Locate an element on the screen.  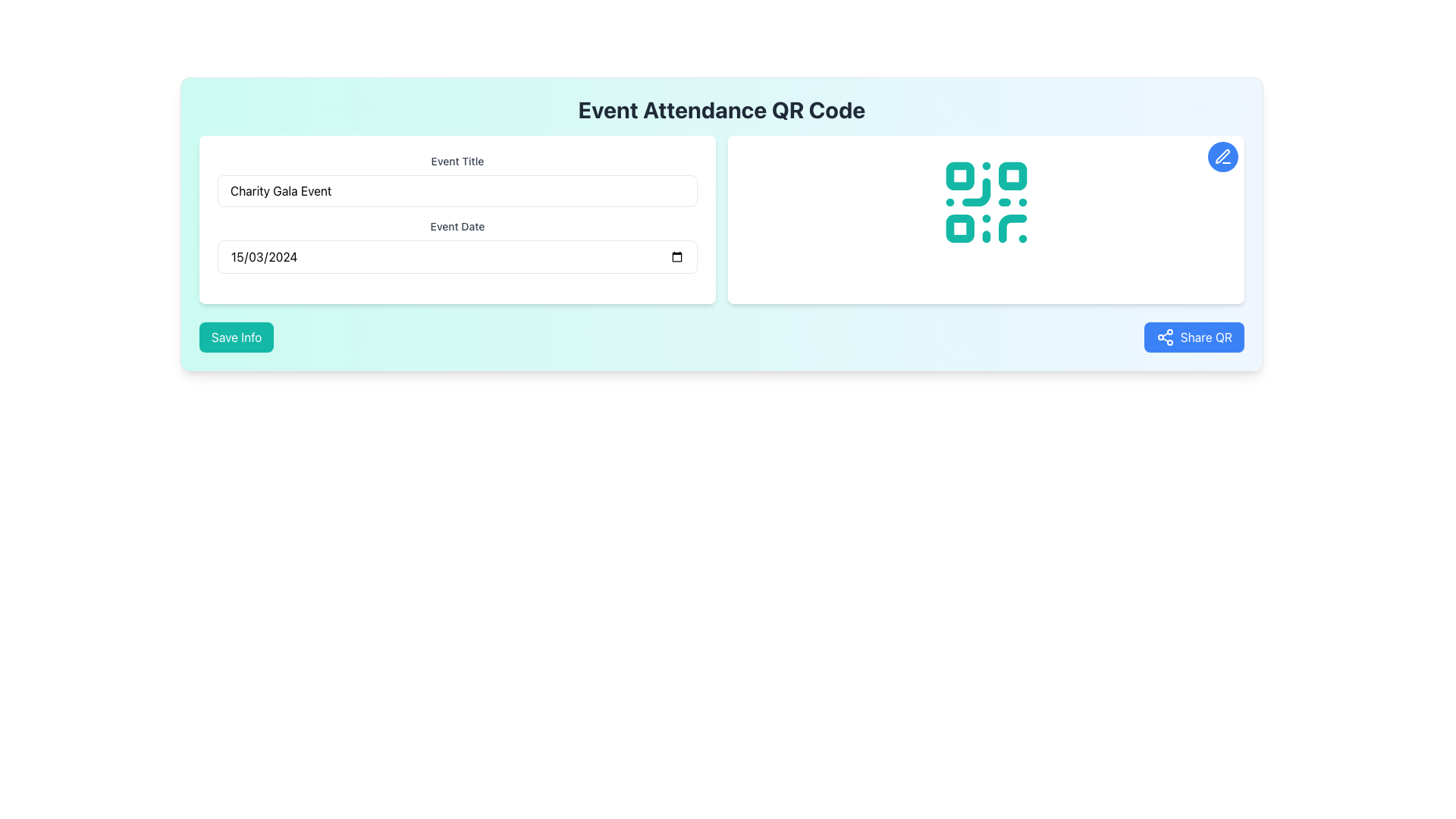
the small turquoise square located in the lower-left quadrant of the QR code, which has slightly rounded corners and is part of the QR code's graphical structure is located at coordinates (959, 228).